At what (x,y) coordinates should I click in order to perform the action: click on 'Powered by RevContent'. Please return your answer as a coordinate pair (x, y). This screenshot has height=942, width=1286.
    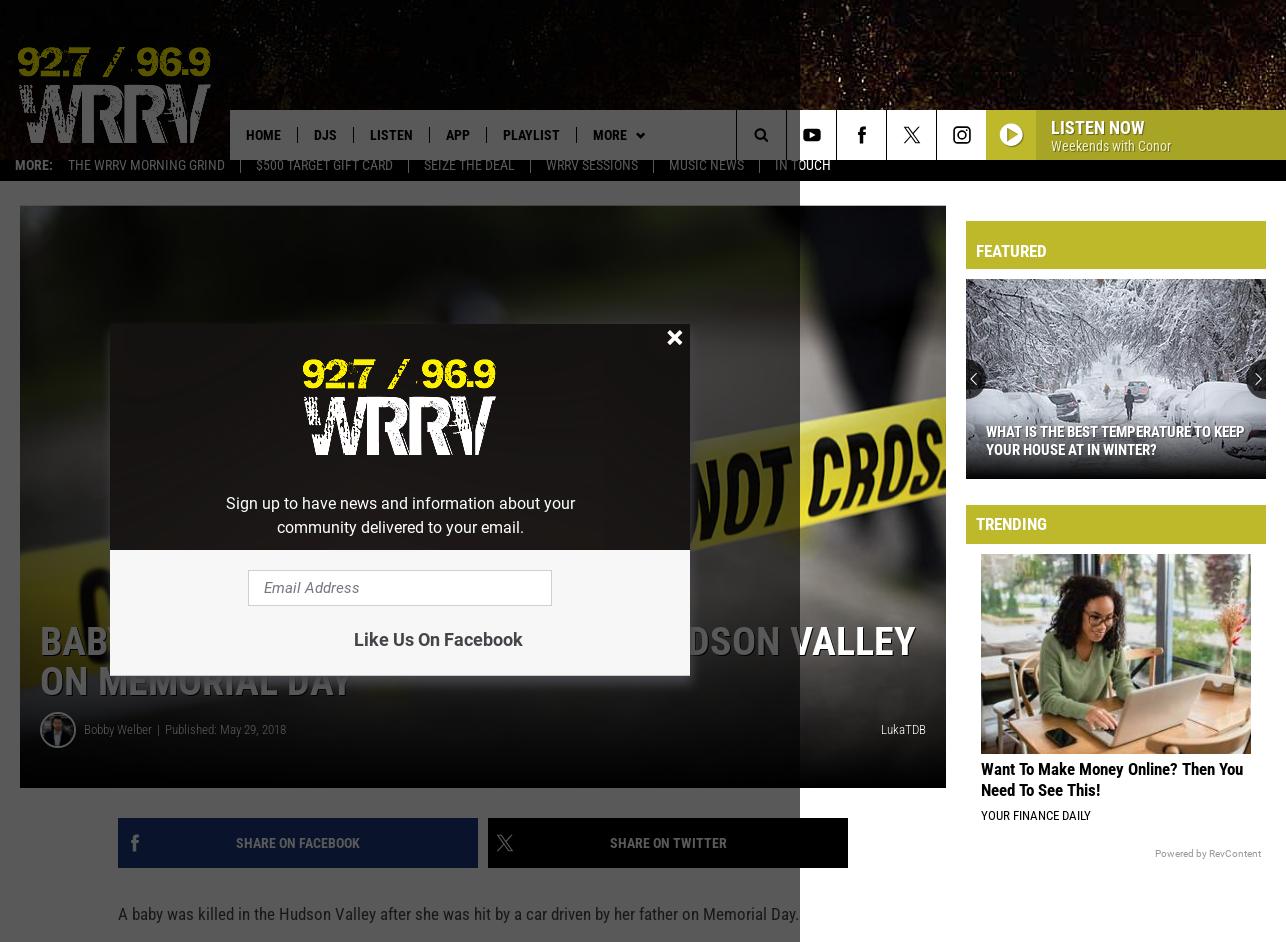
    Looking at the image, I should click on (1206, 863).